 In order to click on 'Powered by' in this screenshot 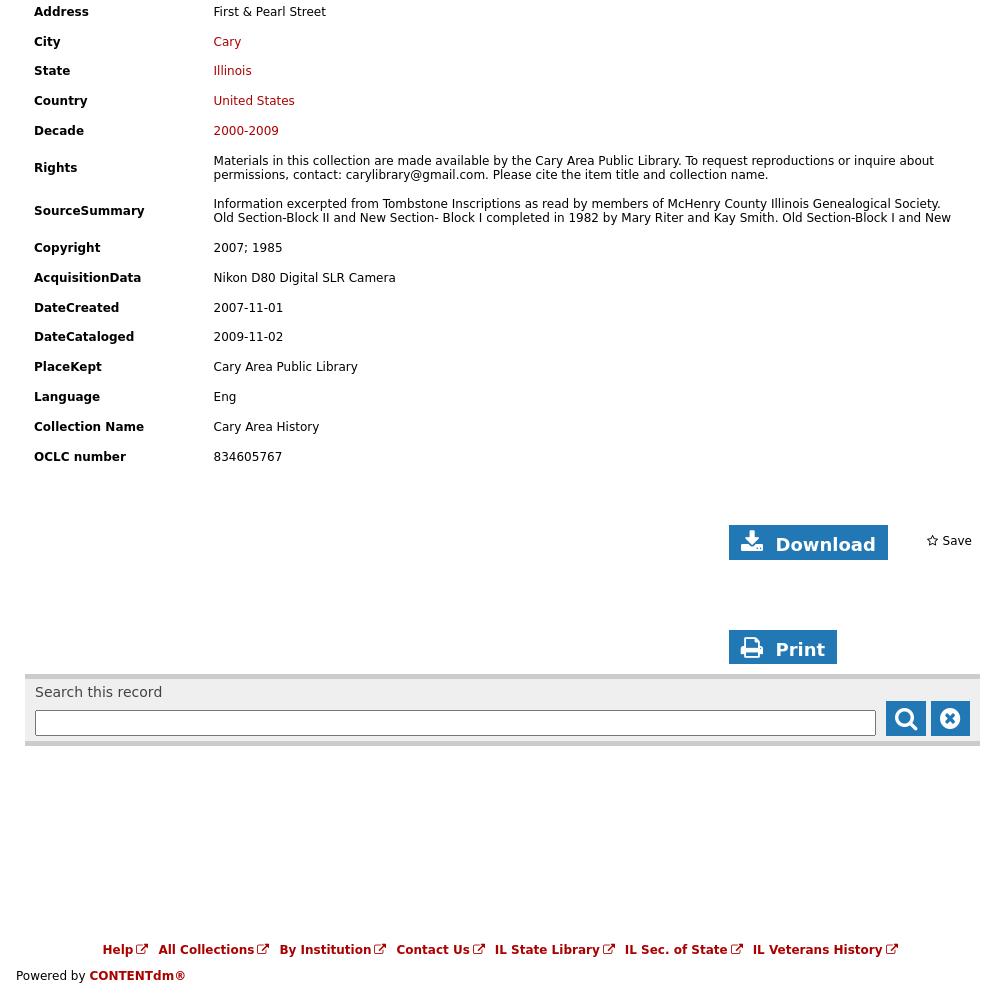, I will do `click(52, 975)`.